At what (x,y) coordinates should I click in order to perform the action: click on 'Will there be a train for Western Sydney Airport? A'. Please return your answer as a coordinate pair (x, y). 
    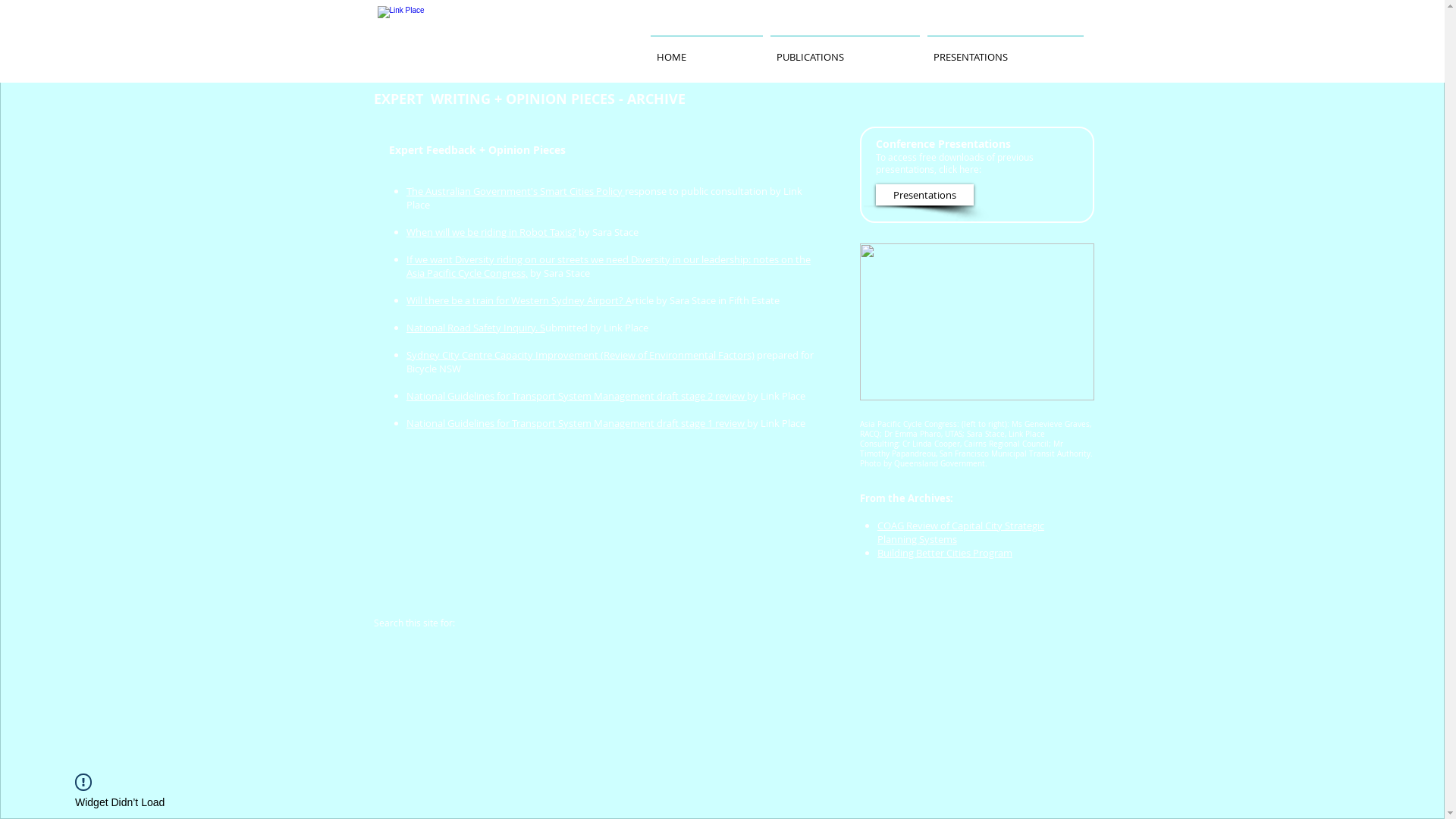
    Looking at the image, I should click on (519, 300).